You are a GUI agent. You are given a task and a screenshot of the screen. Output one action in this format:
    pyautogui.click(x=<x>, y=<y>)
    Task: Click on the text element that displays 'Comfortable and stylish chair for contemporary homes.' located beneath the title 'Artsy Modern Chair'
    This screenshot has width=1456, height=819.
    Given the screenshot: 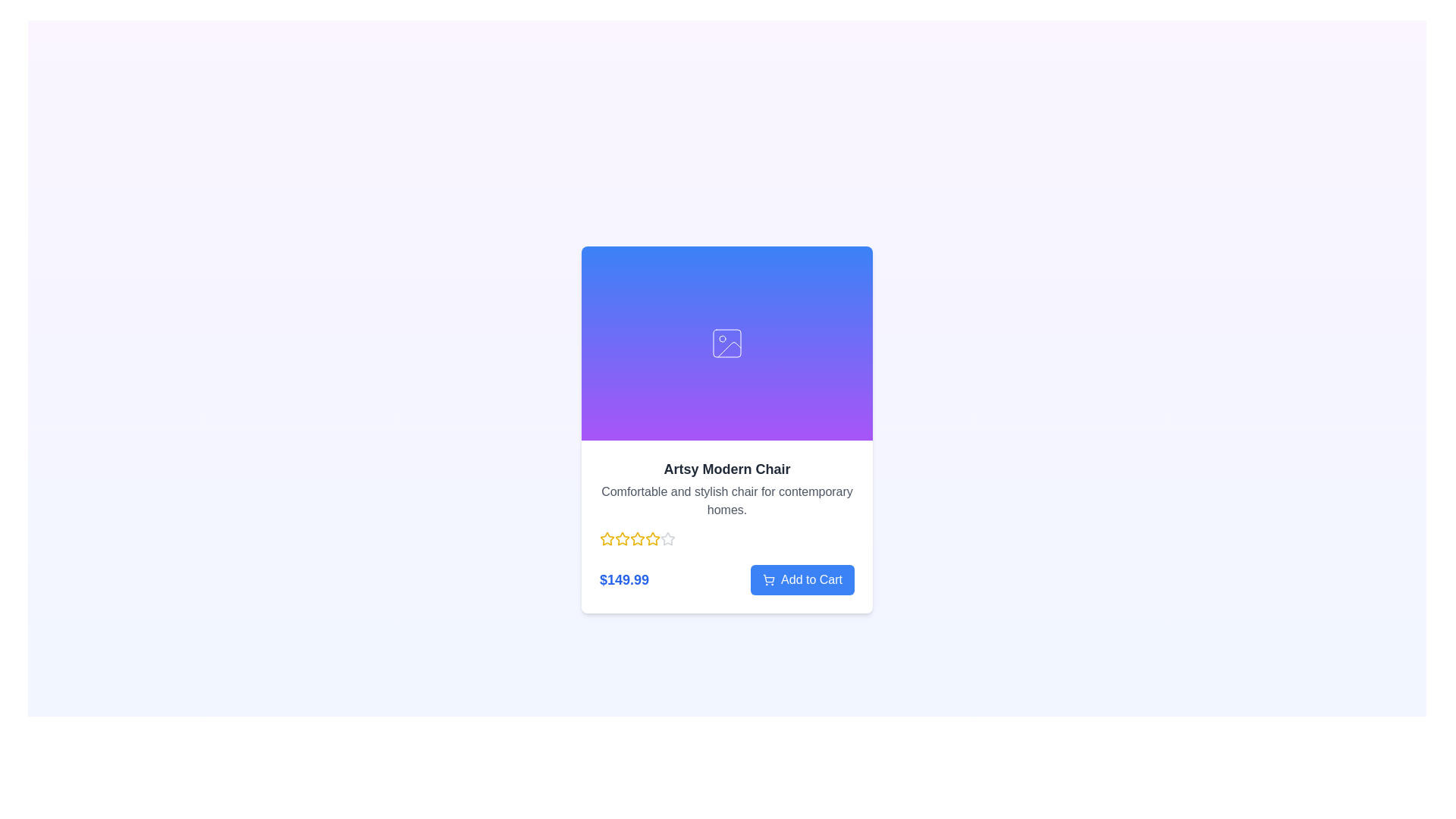 What is the action you would take?
    pyautogui.click(x=726, y=500)
    